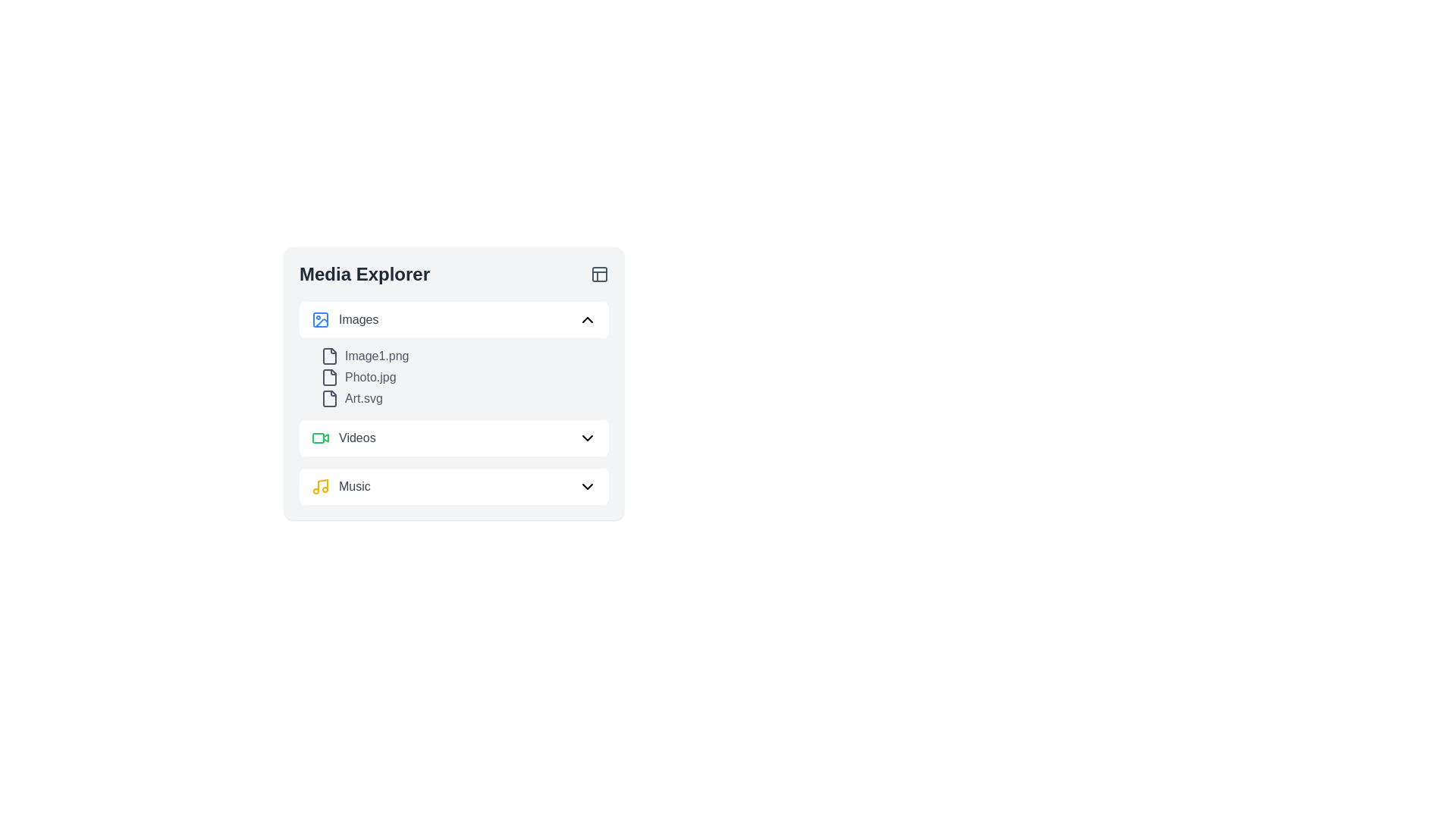  I want to click on the header with an icon and text in the 'Media Explorer' section, so click(344, 318).